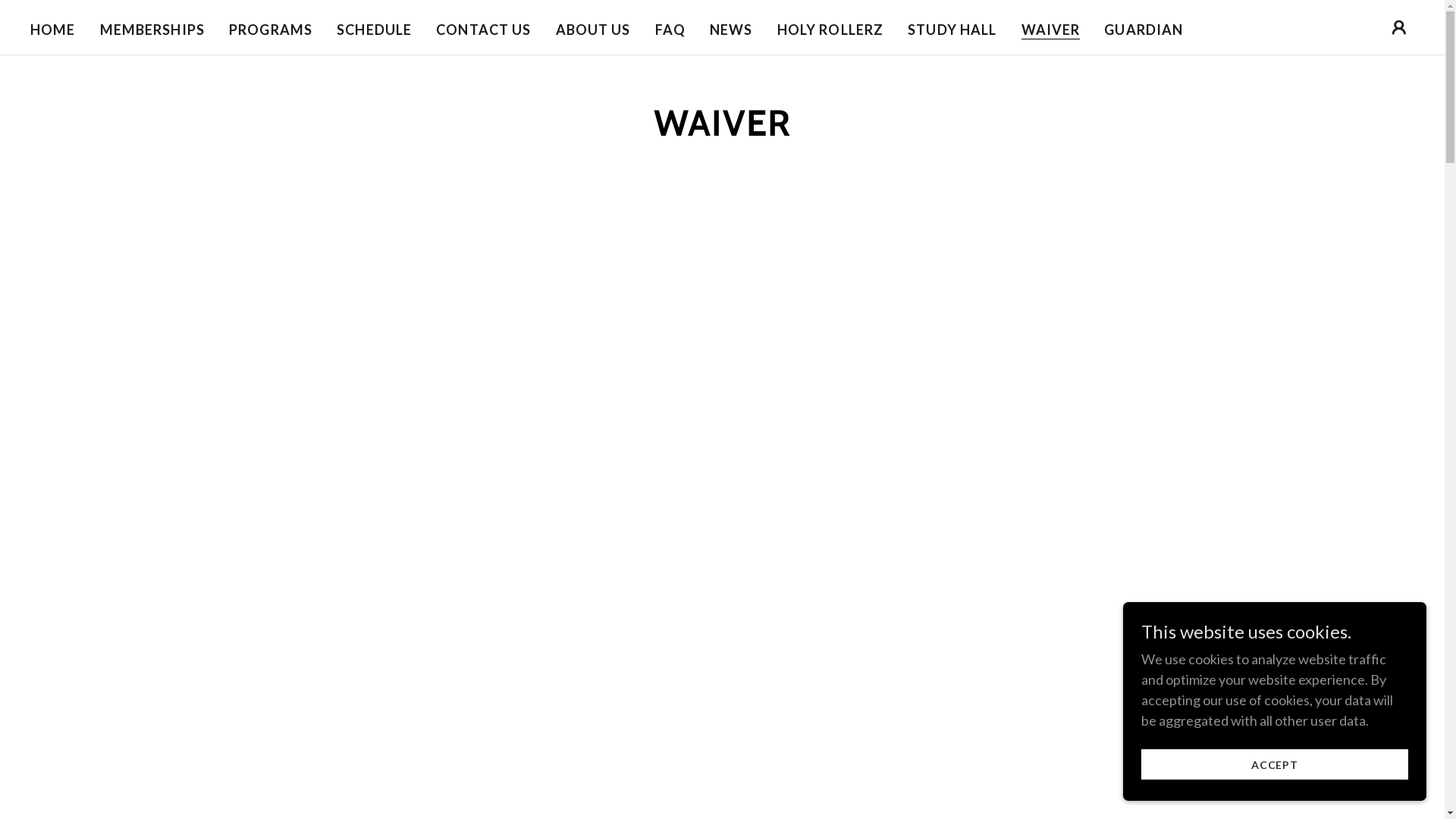  What do you see at coordinates (830, 29) in the screenshot?
I see `'HOLY ROLLERZ'` at bounding box center [830, 29].